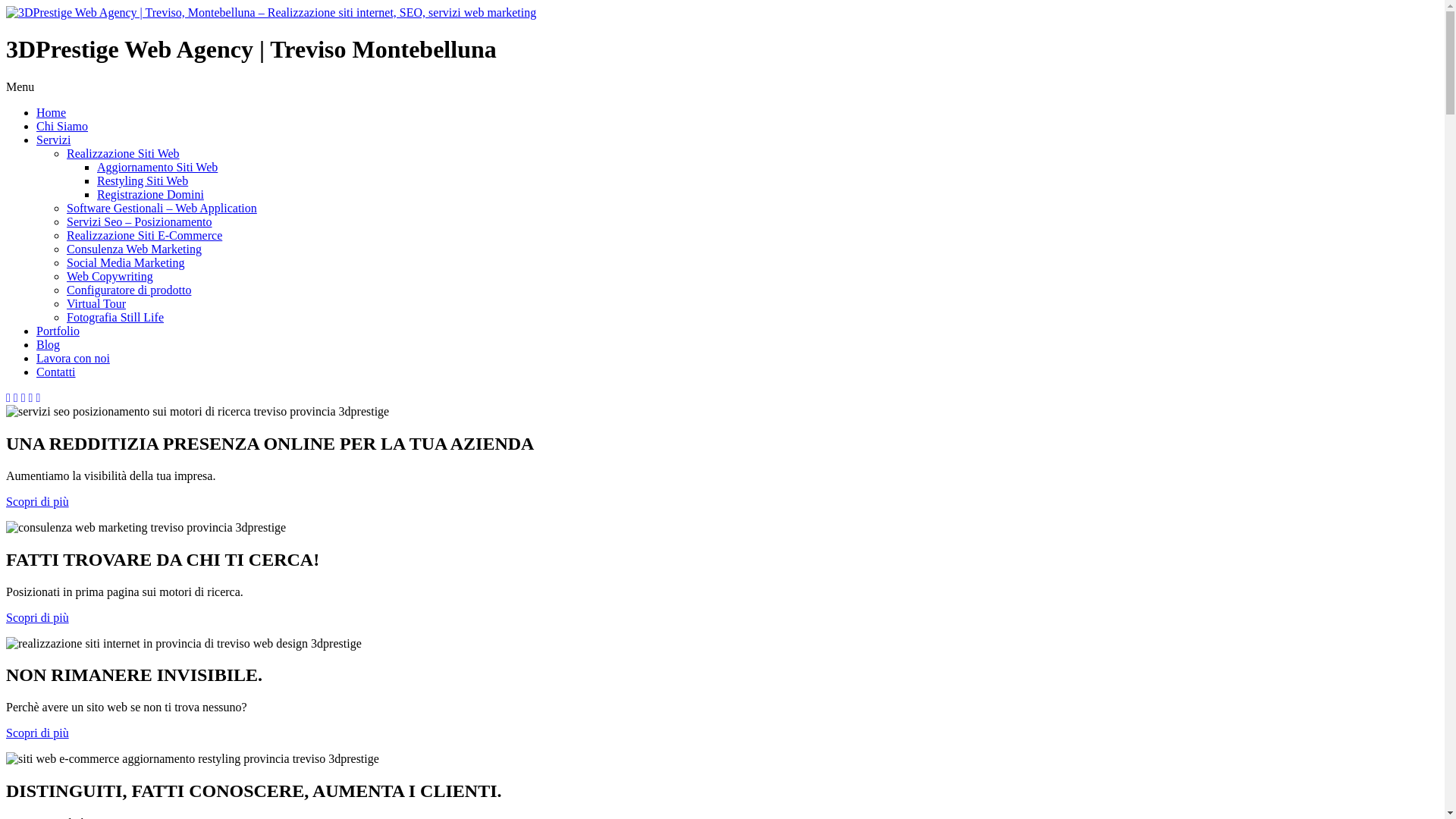 This screenshot has width=1456, height=819. Describe the element at coordinates (51, 111) in the screenshot. I see `'Home'` at that location.